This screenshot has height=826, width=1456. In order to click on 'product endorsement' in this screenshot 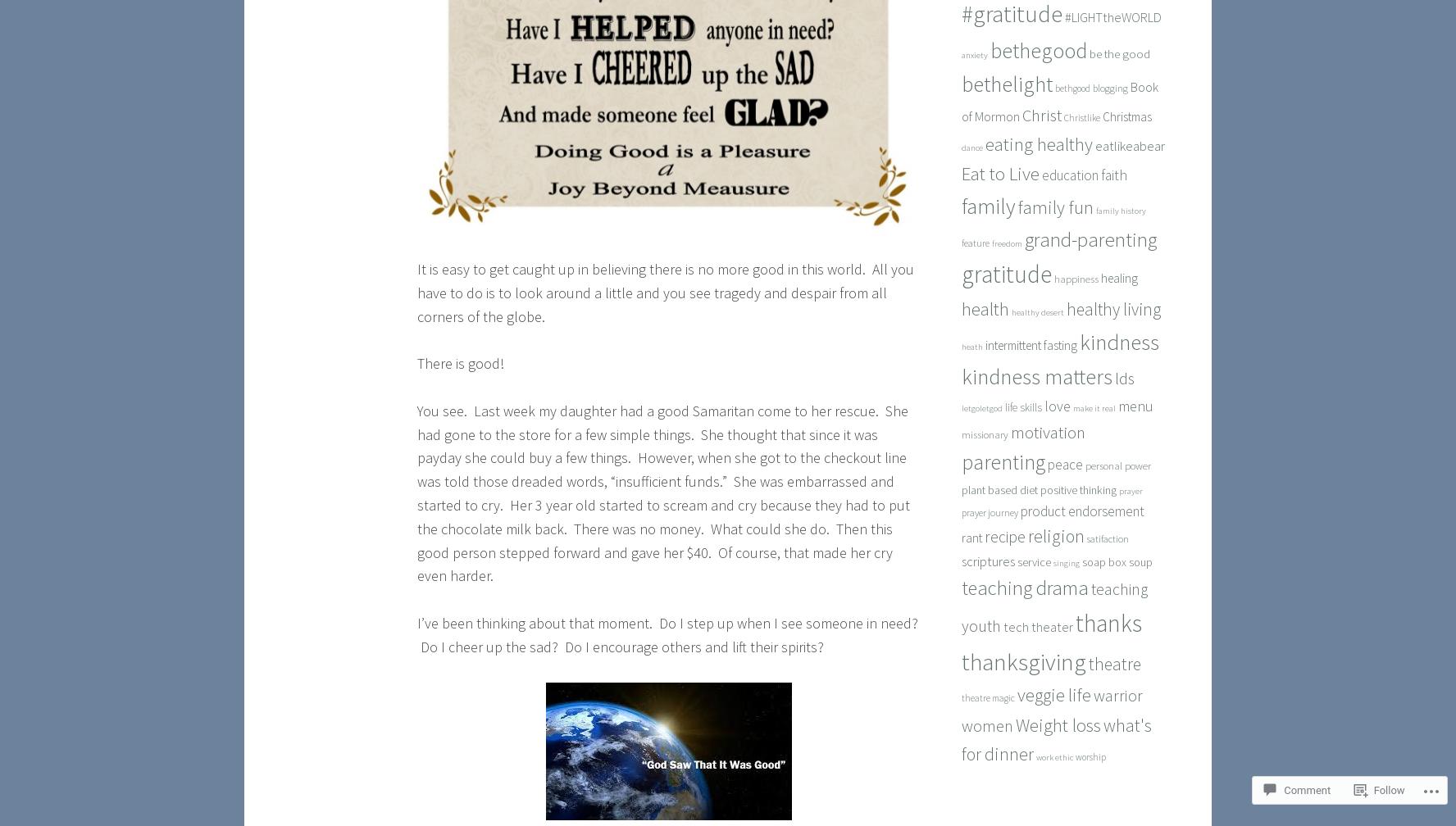, I will do `click(1082, 511)`.